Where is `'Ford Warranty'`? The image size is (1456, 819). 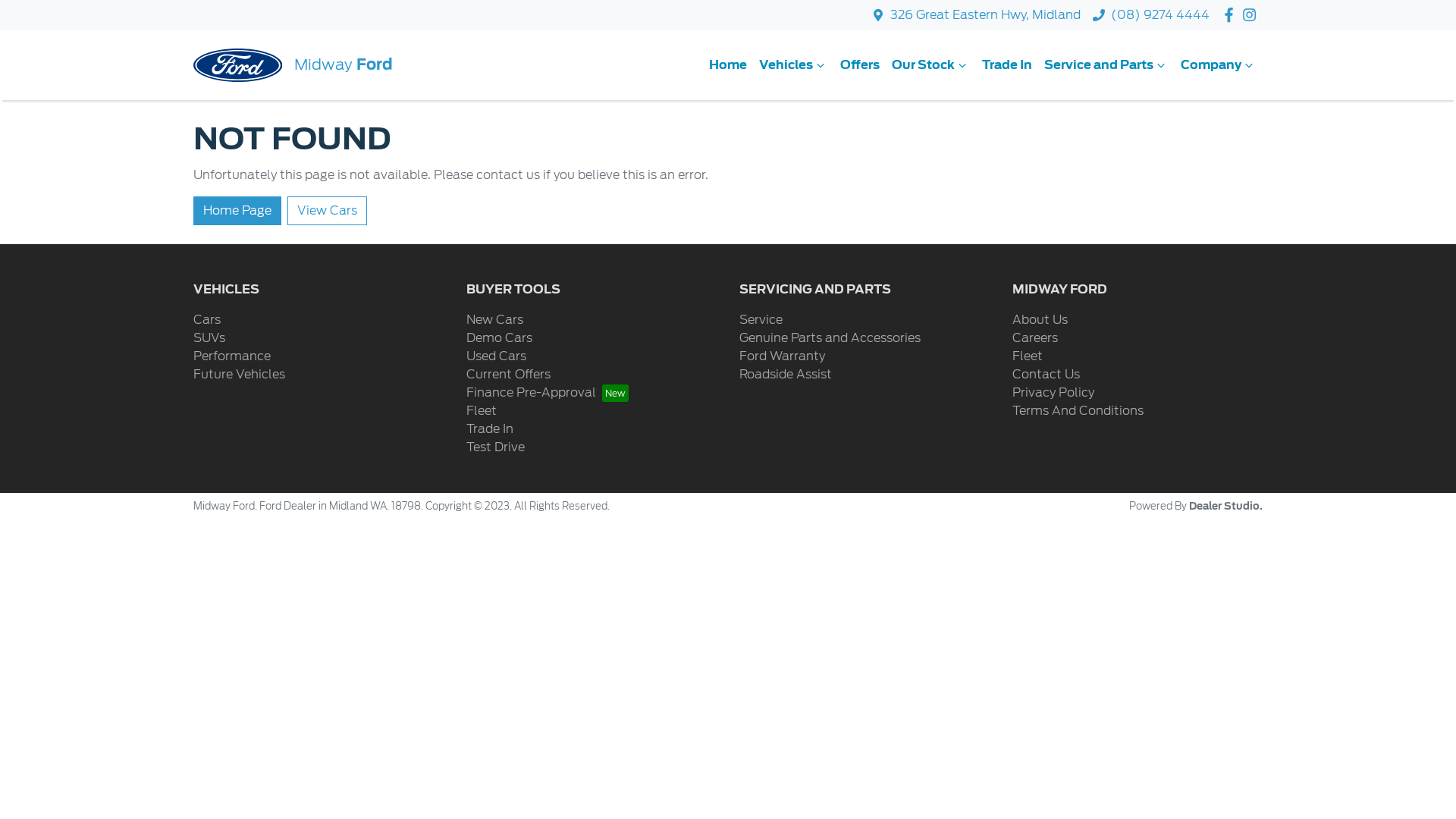 'Ford Warranty' is located at coordinates (782, 356).